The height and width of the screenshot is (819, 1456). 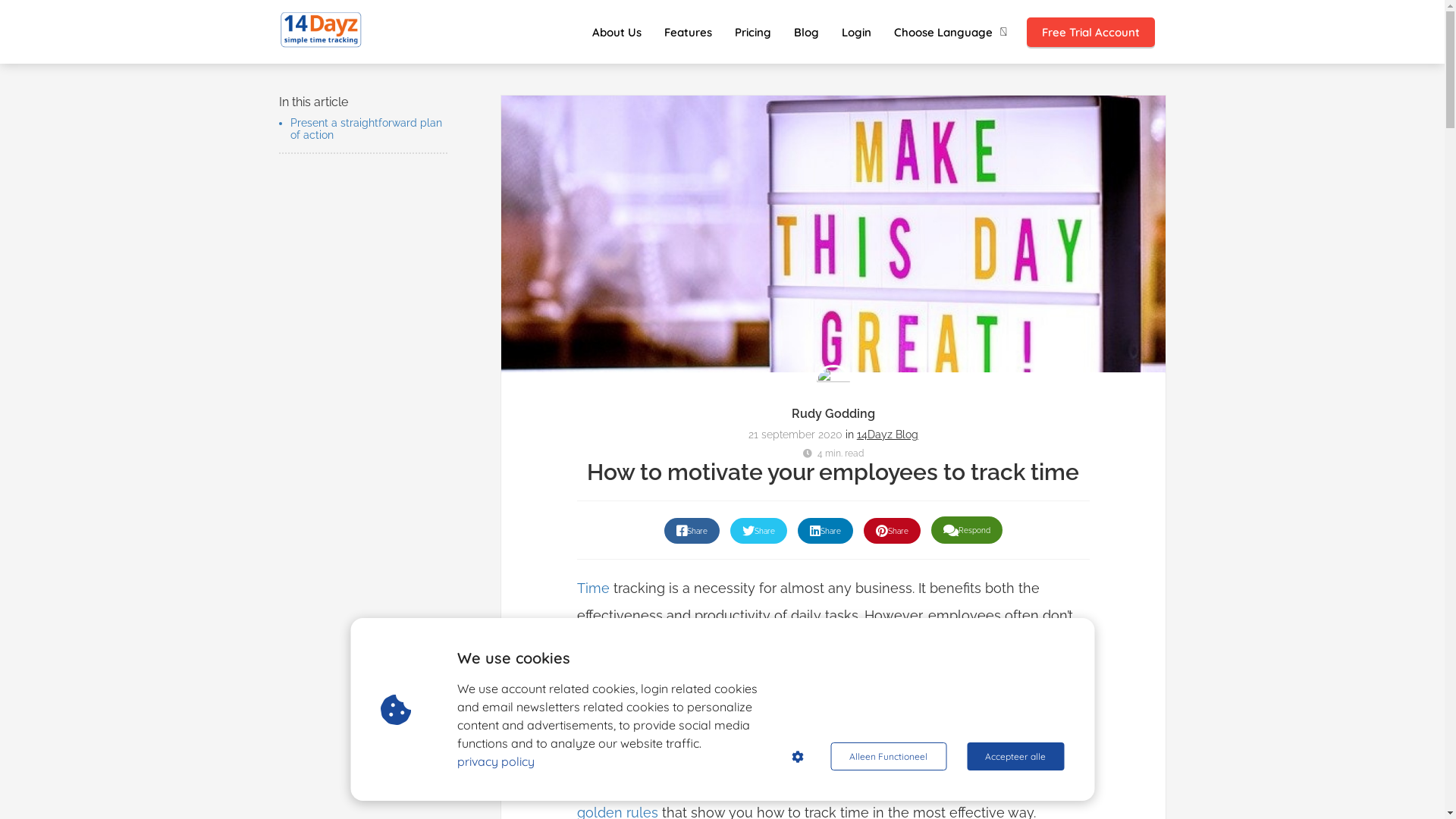 I want to click on 'Time tracking as simple as ABC', so click(x=320, y=30).